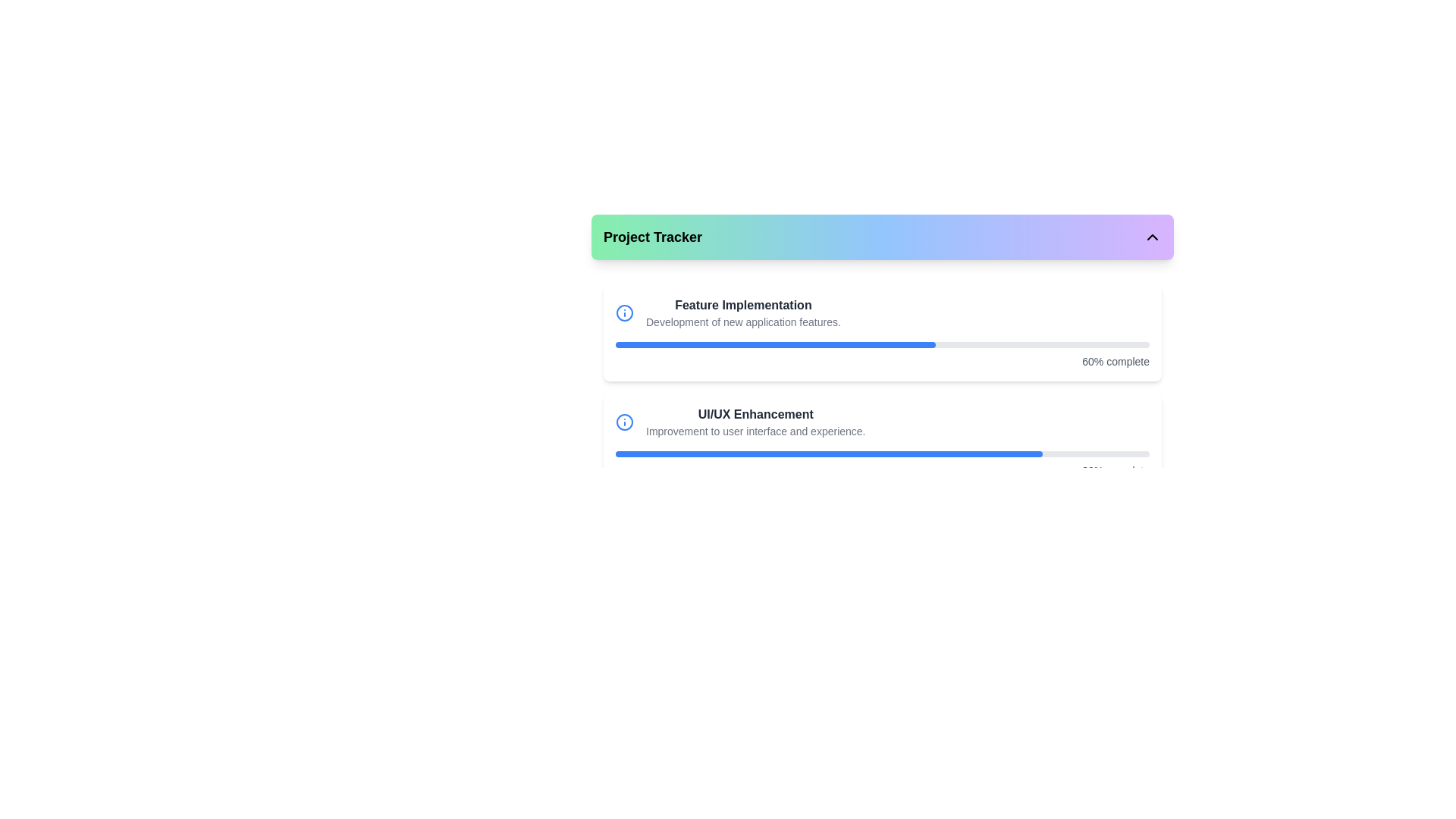 The height and width of the screenshot is (819, 1456). Describe the element at coordinates (882, 332) in the screenshot. I see `the Progress panel that provides information about the 'Feature Implementation' project` at that location.